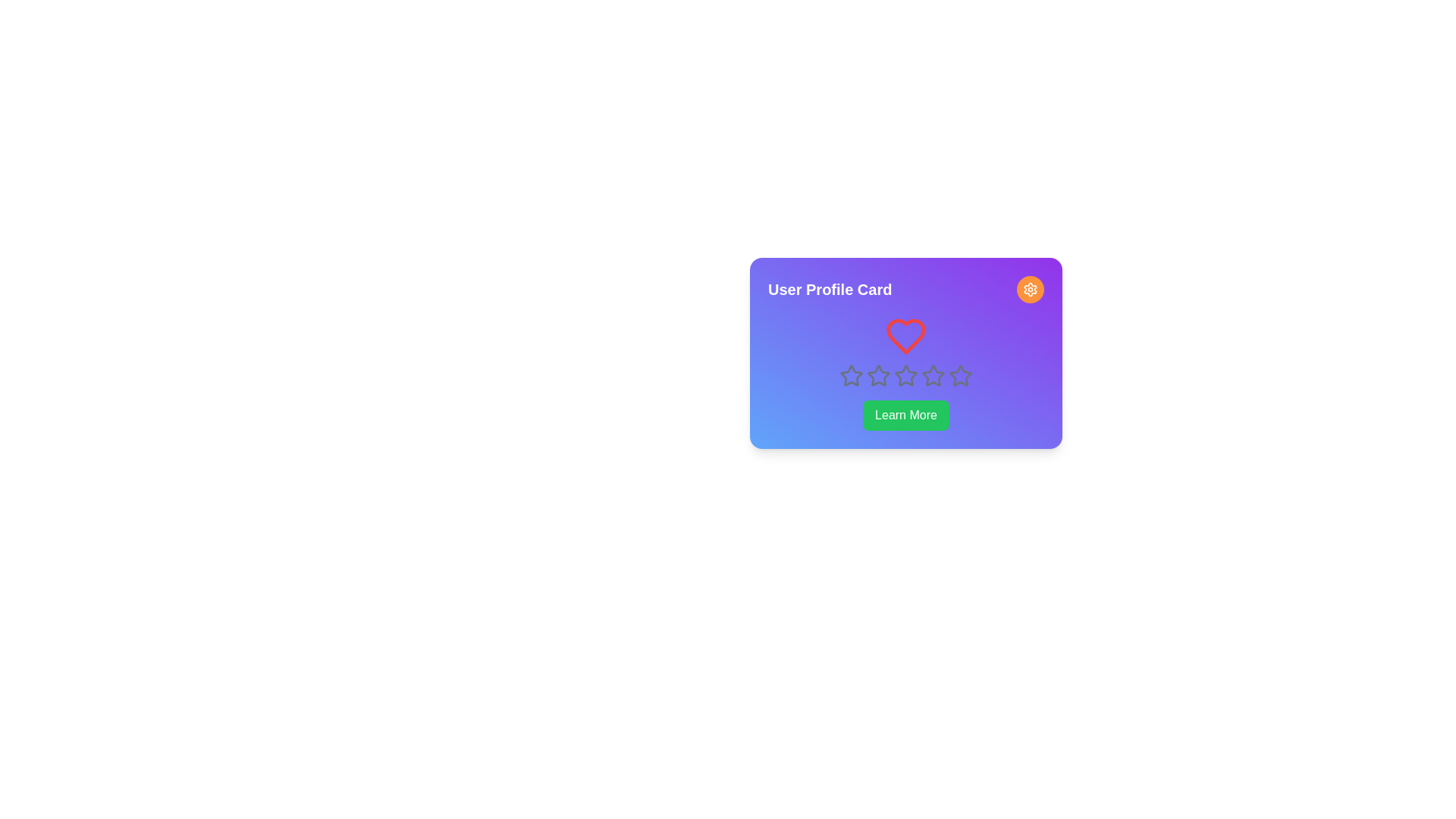  I want to click on the third star icon in a row of five star icons on the user profile card, so click(878, 375).